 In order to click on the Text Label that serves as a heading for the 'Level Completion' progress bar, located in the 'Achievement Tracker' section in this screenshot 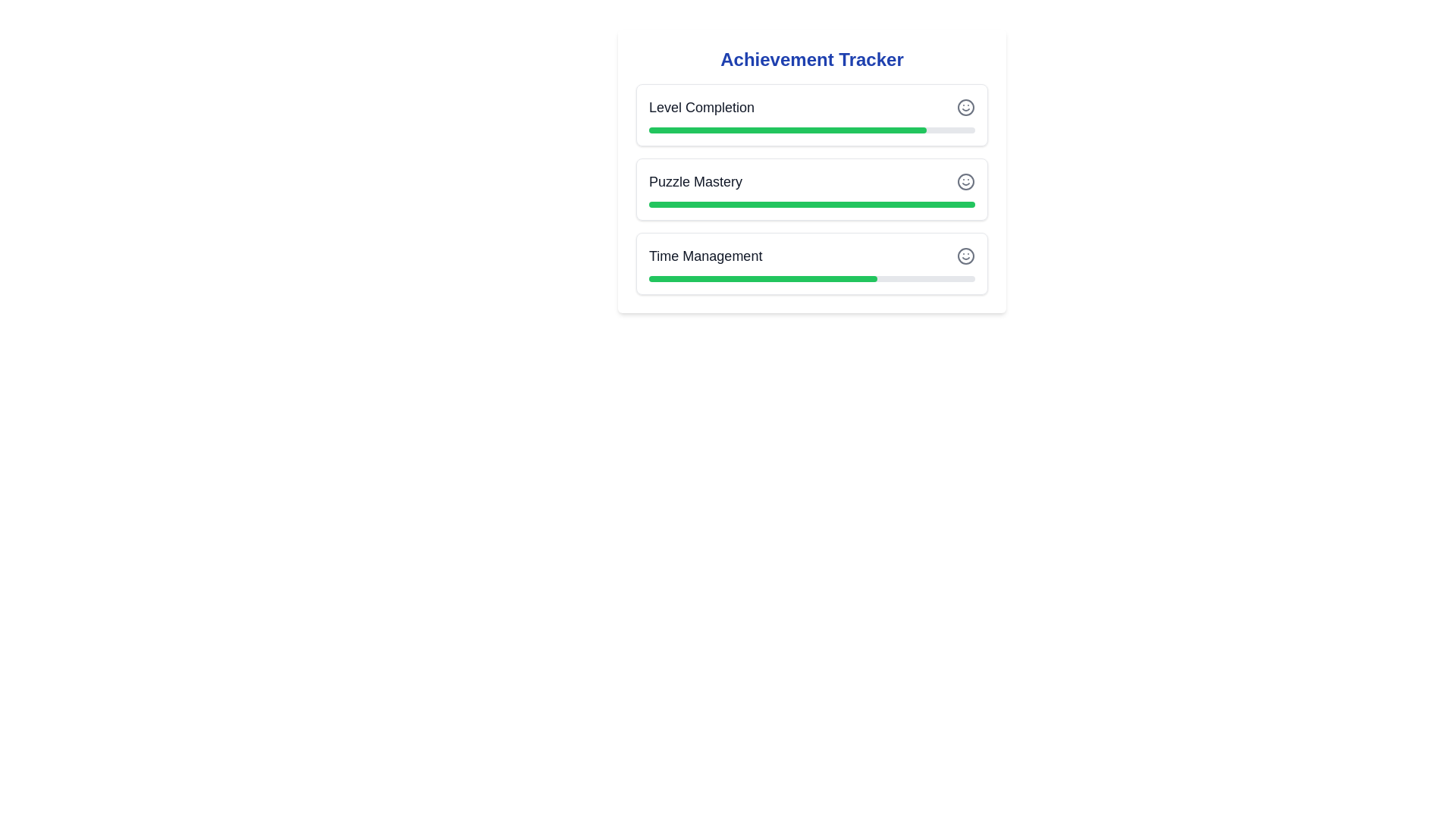, I will do `click(701, 107)`.